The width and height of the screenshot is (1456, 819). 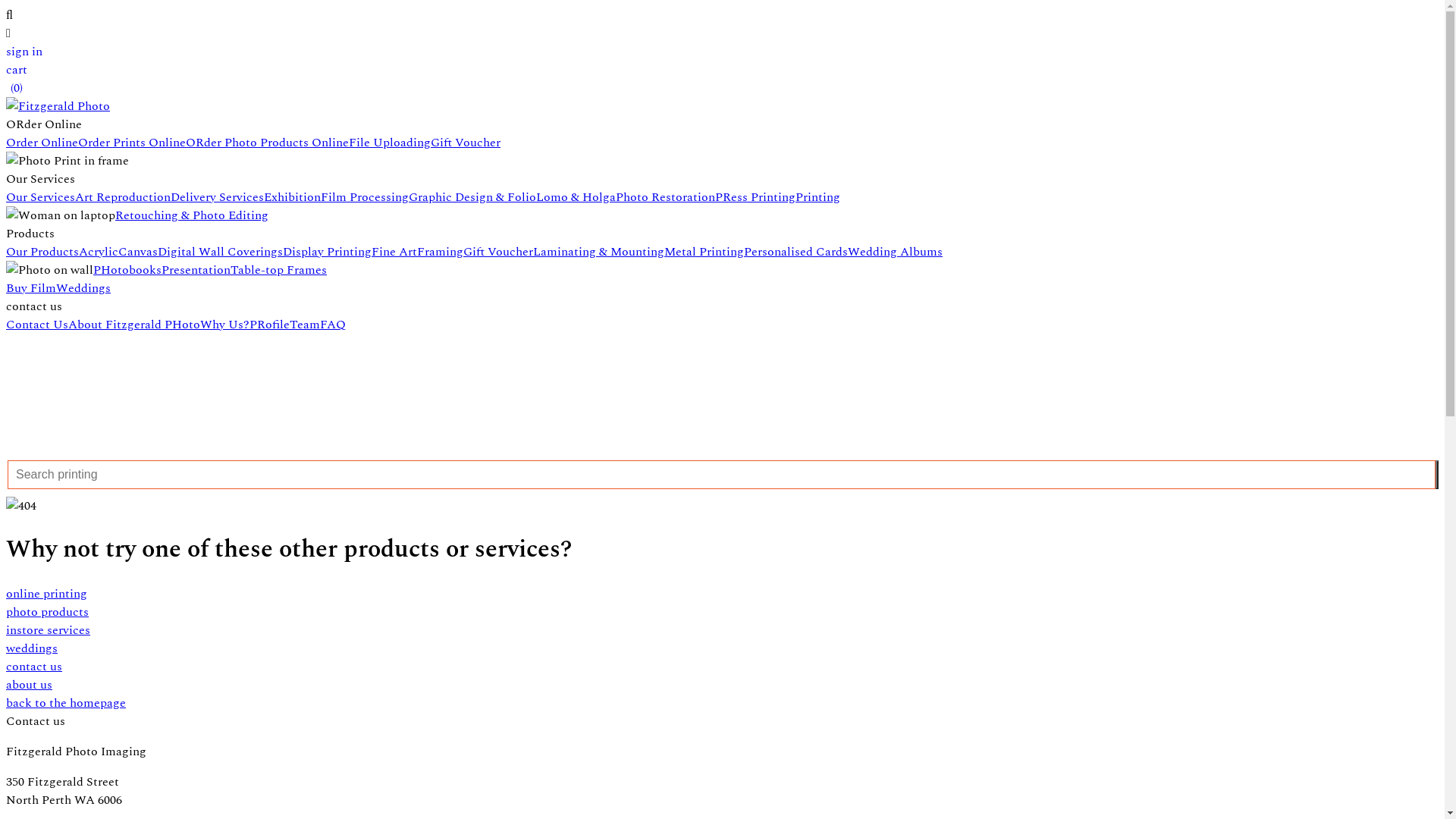 I want to click on 'Framing', so click(x=439, y=250).